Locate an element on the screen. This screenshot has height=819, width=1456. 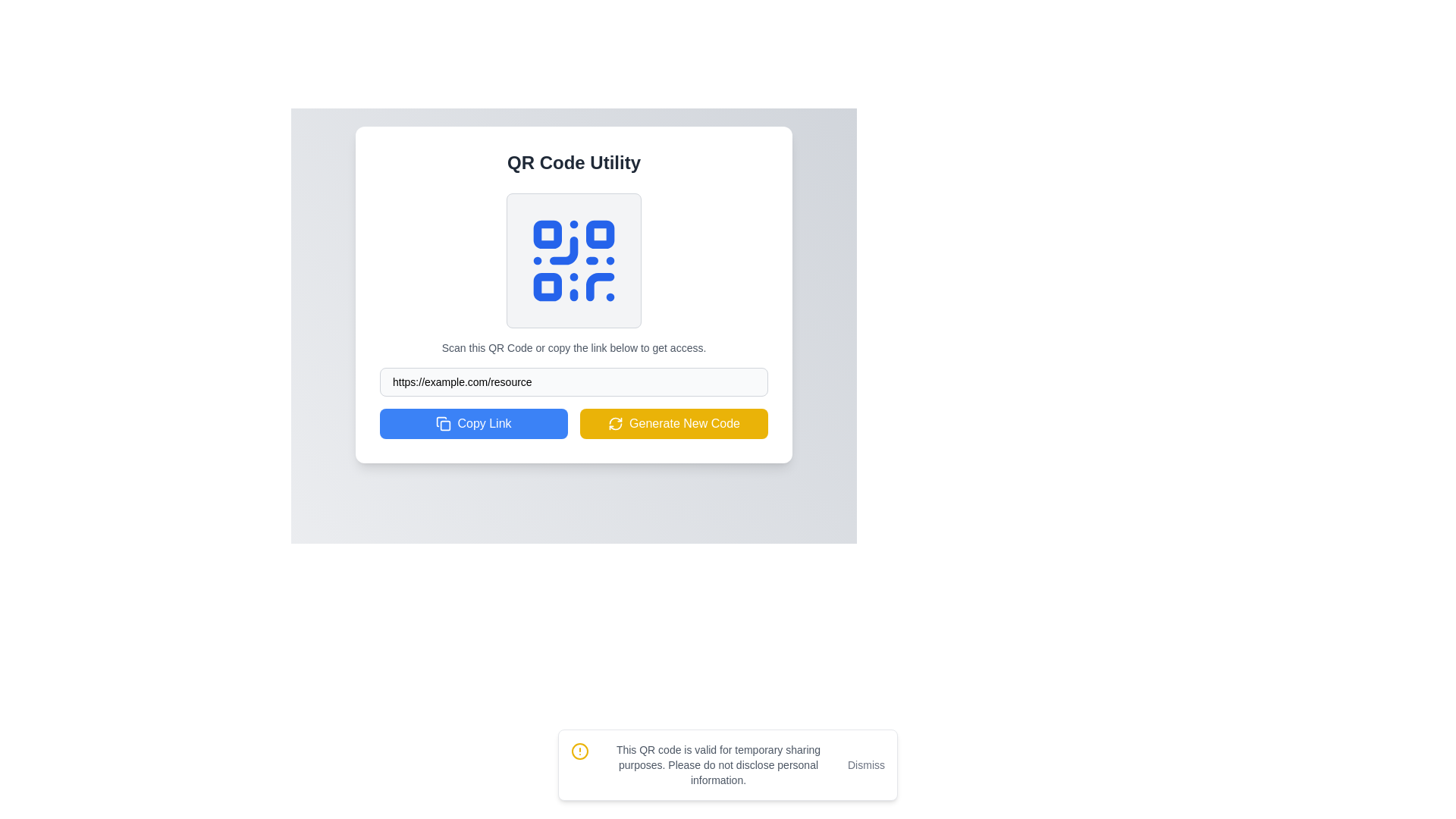
the content of the text input field that contains the URL 'https://example.com/resource', which is styled with rounded corners and a light gray background, located in the modal dialog titled 'QR Code Utility' is located at coordinates (573, 381).